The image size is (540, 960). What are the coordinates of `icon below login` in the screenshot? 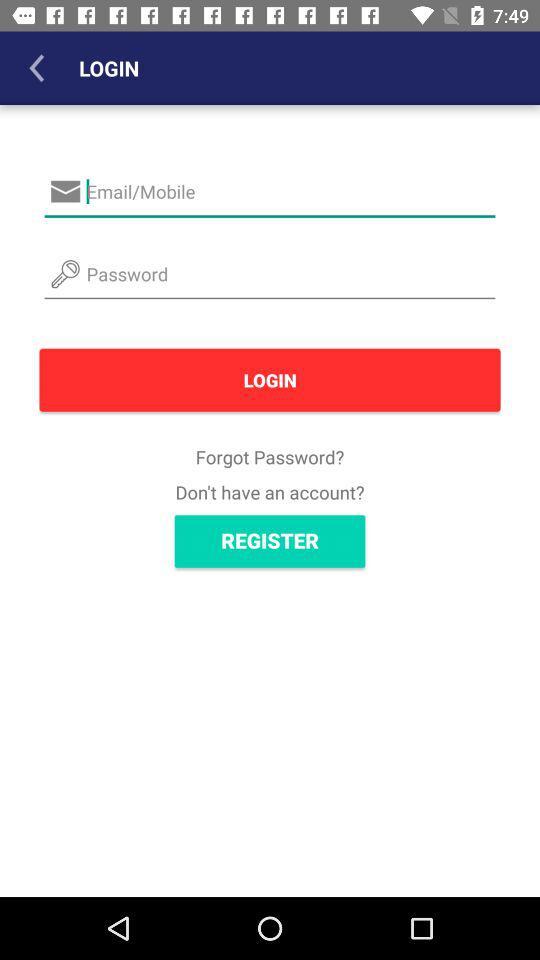 It's located at (270, 457).